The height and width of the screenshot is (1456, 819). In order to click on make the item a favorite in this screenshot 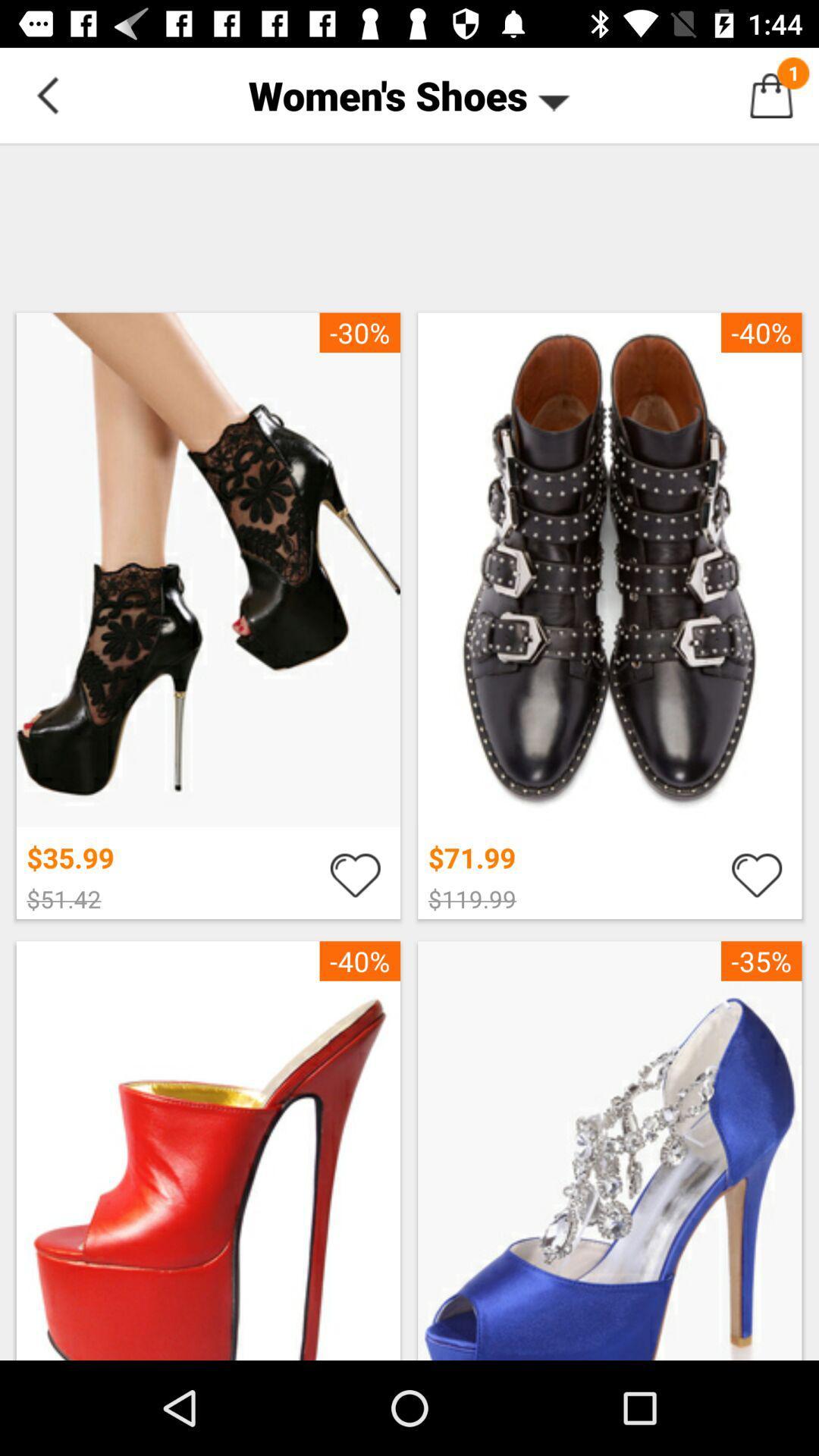, I will do `click(355, 874)`.